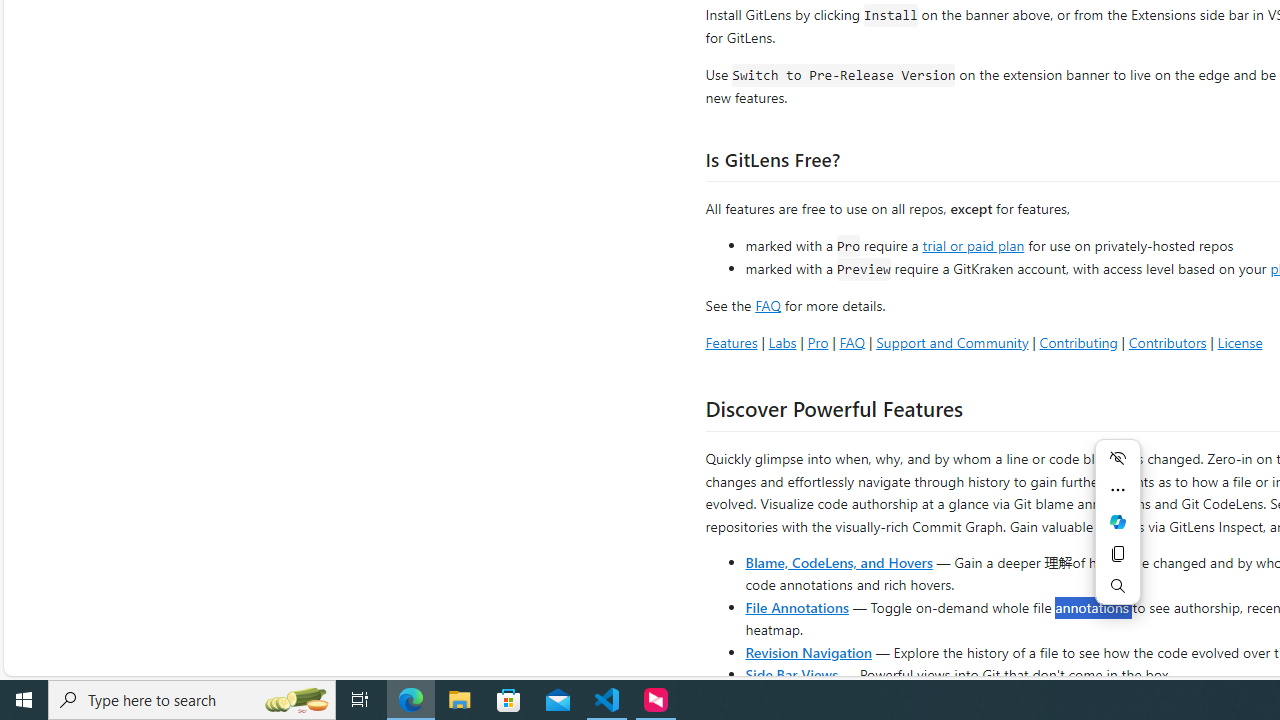  Describe the element at coordinates (730, 341) in the screenshot. I see `'Features'` at that location.